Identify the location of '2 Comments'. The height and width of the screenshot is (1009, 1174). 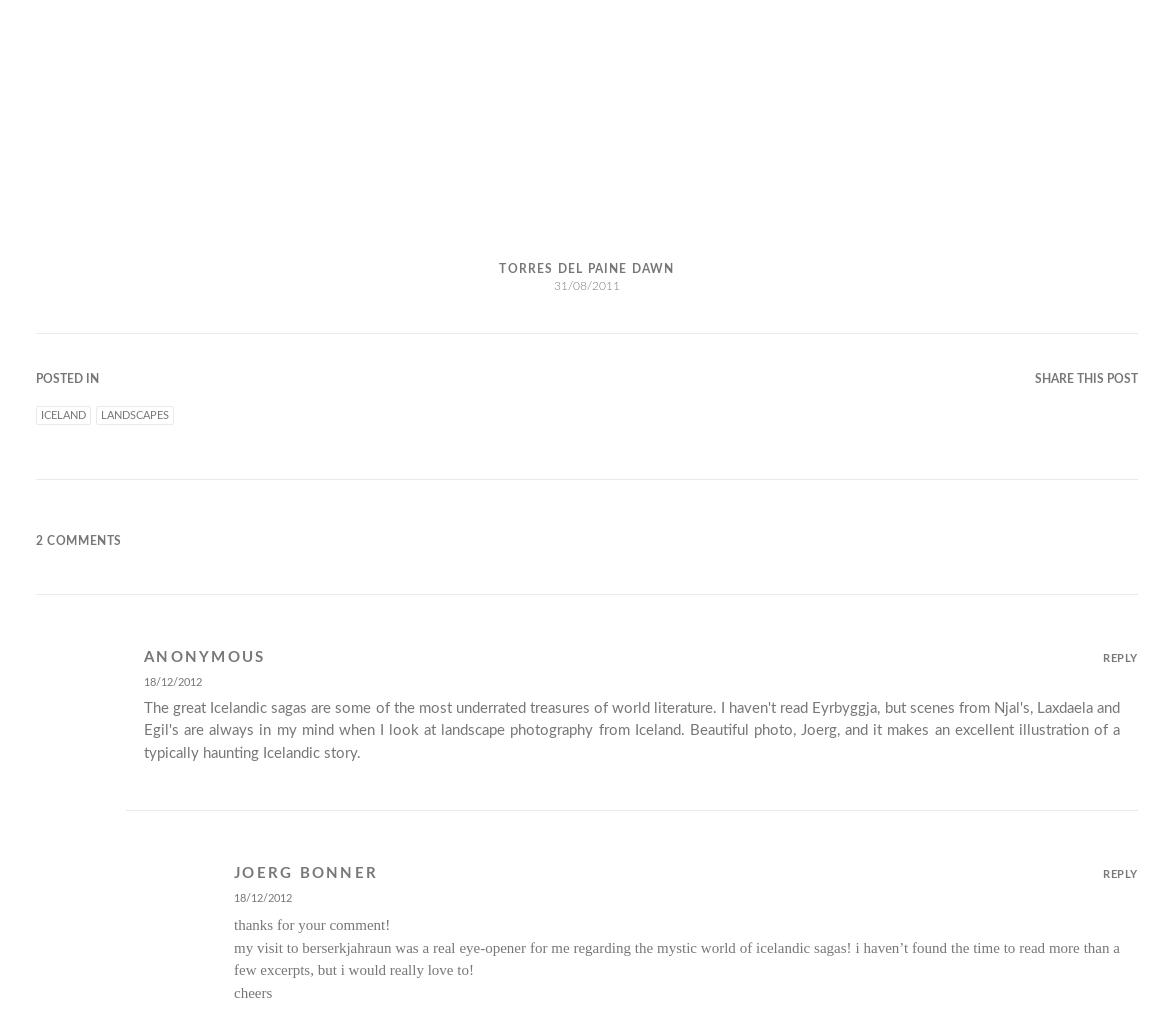
(79, 541).